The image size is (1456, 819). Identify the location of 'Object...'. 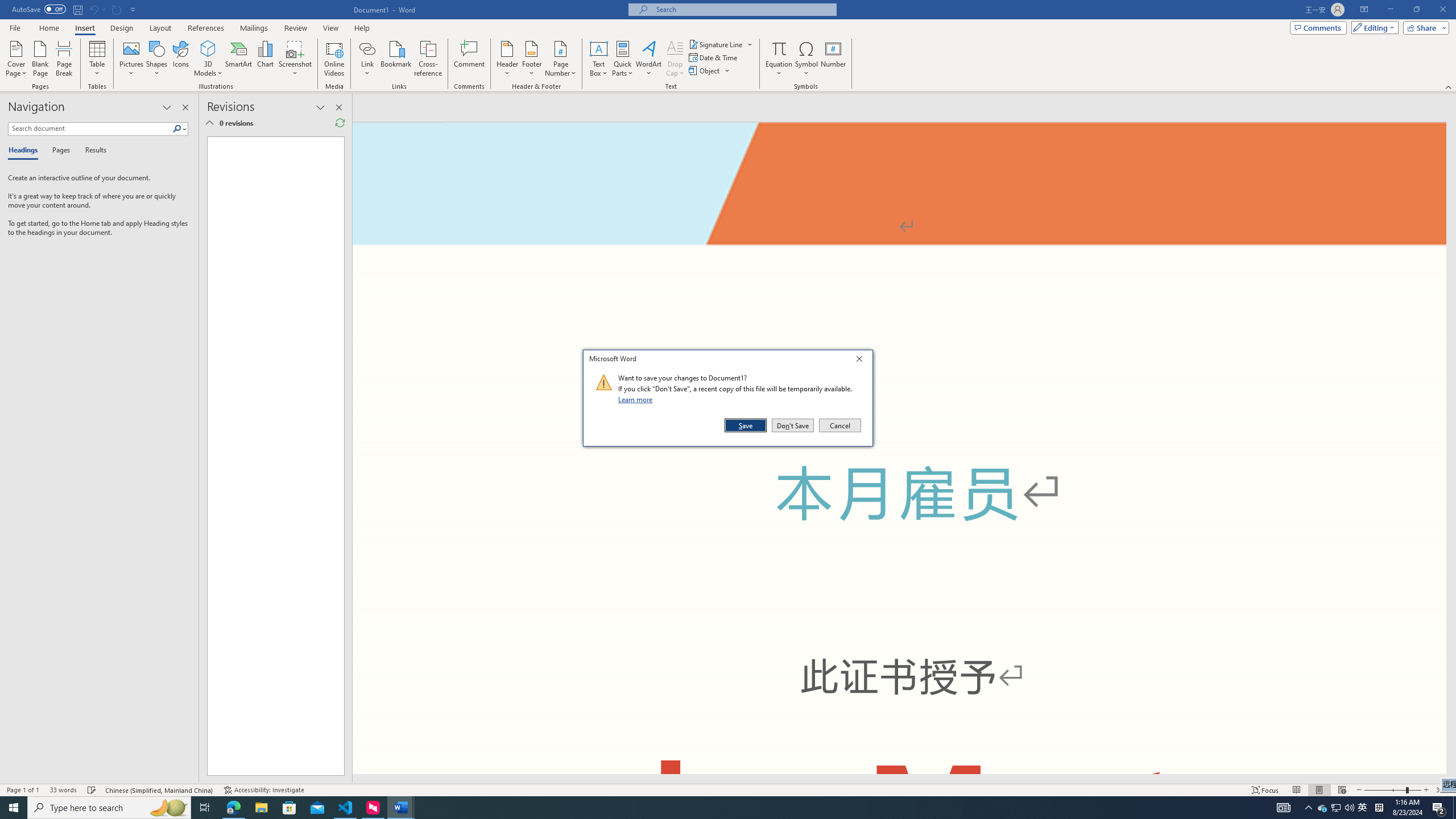
(709, 69).